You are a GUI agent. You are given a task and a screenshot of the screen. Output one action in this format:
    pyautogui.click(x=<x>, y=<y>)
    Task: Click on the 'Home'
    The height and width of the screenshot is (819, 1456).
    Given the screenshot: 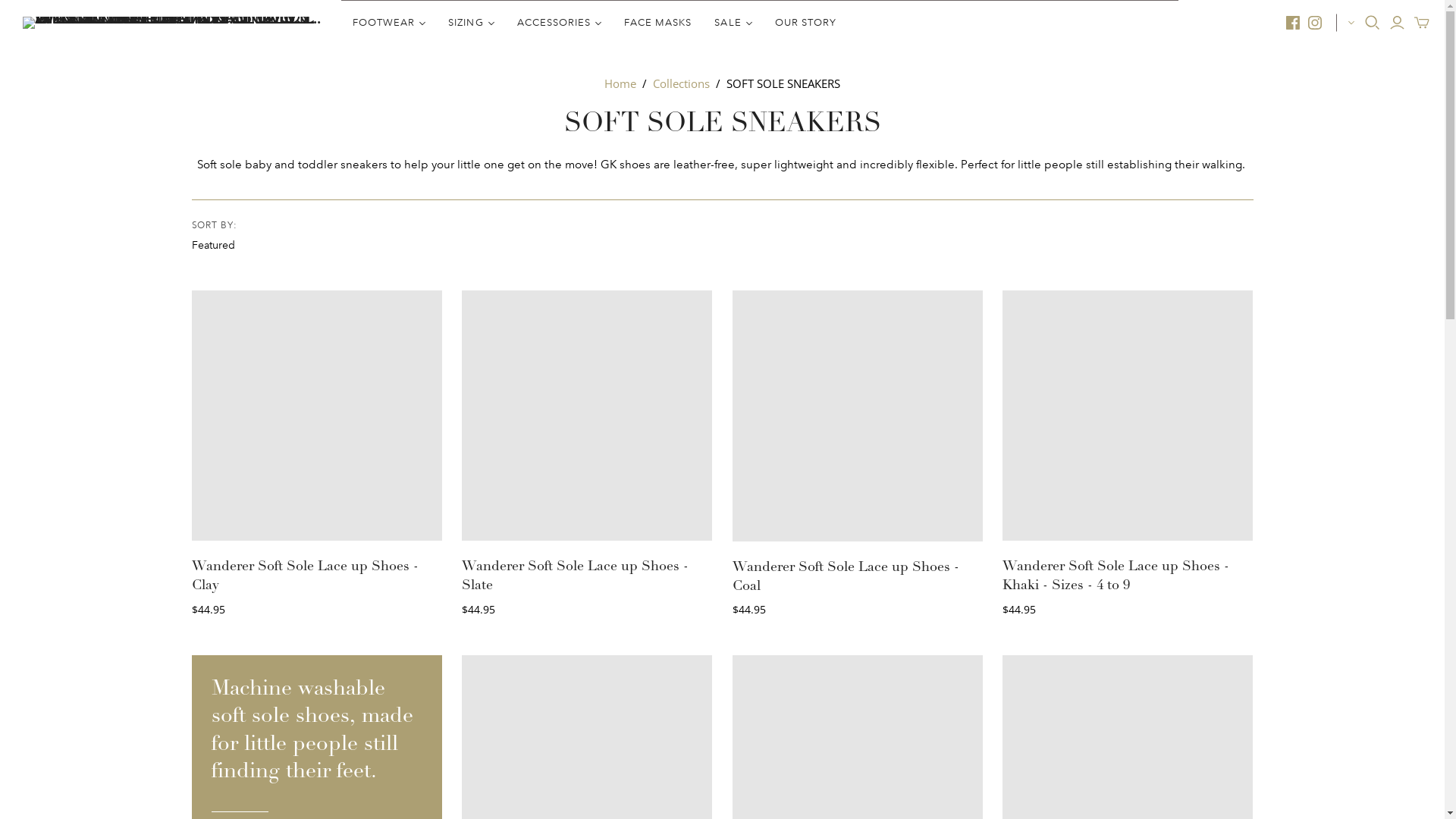 What is the action you would take?
    pyautogui.click(x=620, y=83)
    